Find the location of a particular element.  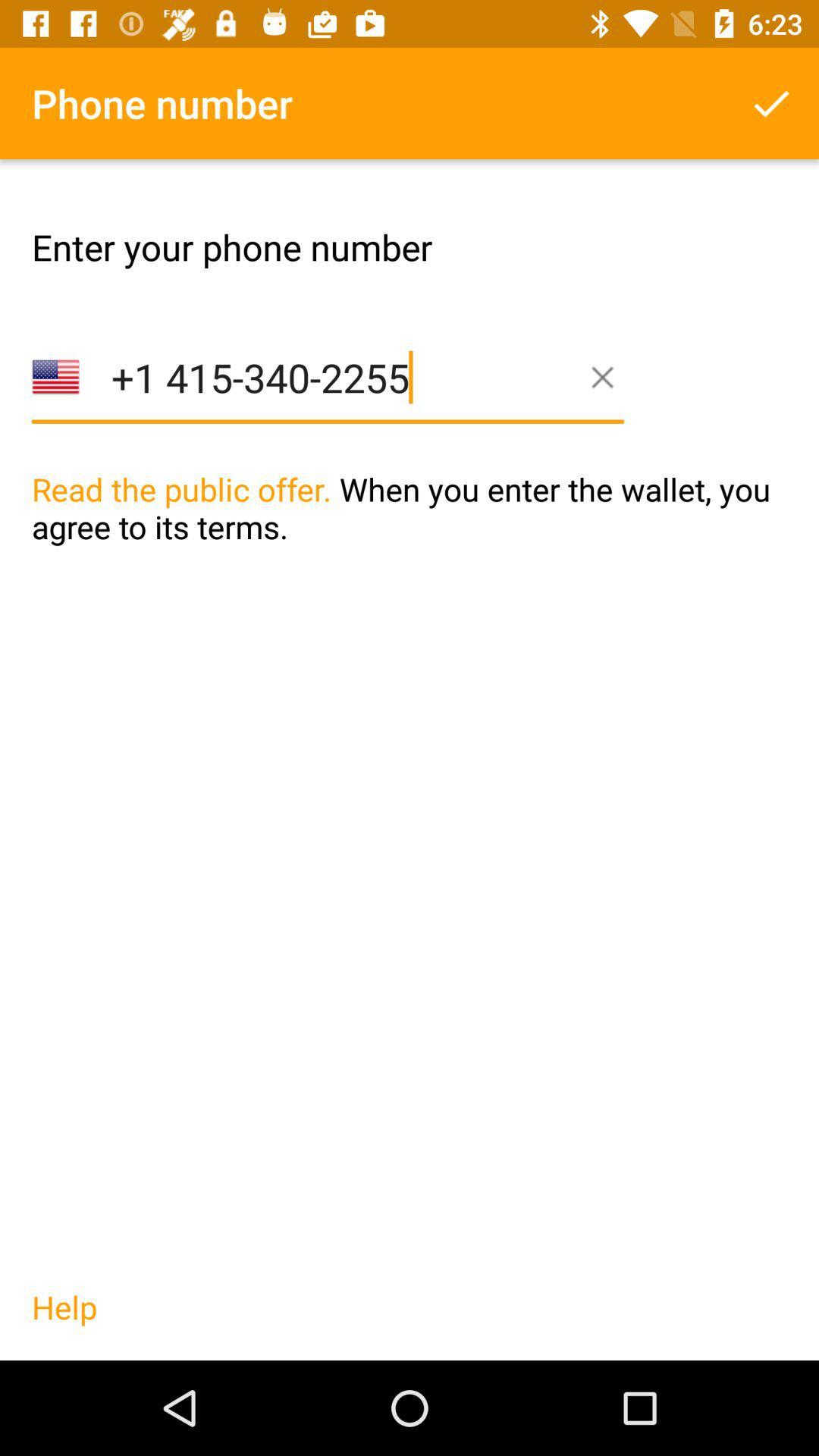

the icon above help icon is located at coordinates (409, 539).